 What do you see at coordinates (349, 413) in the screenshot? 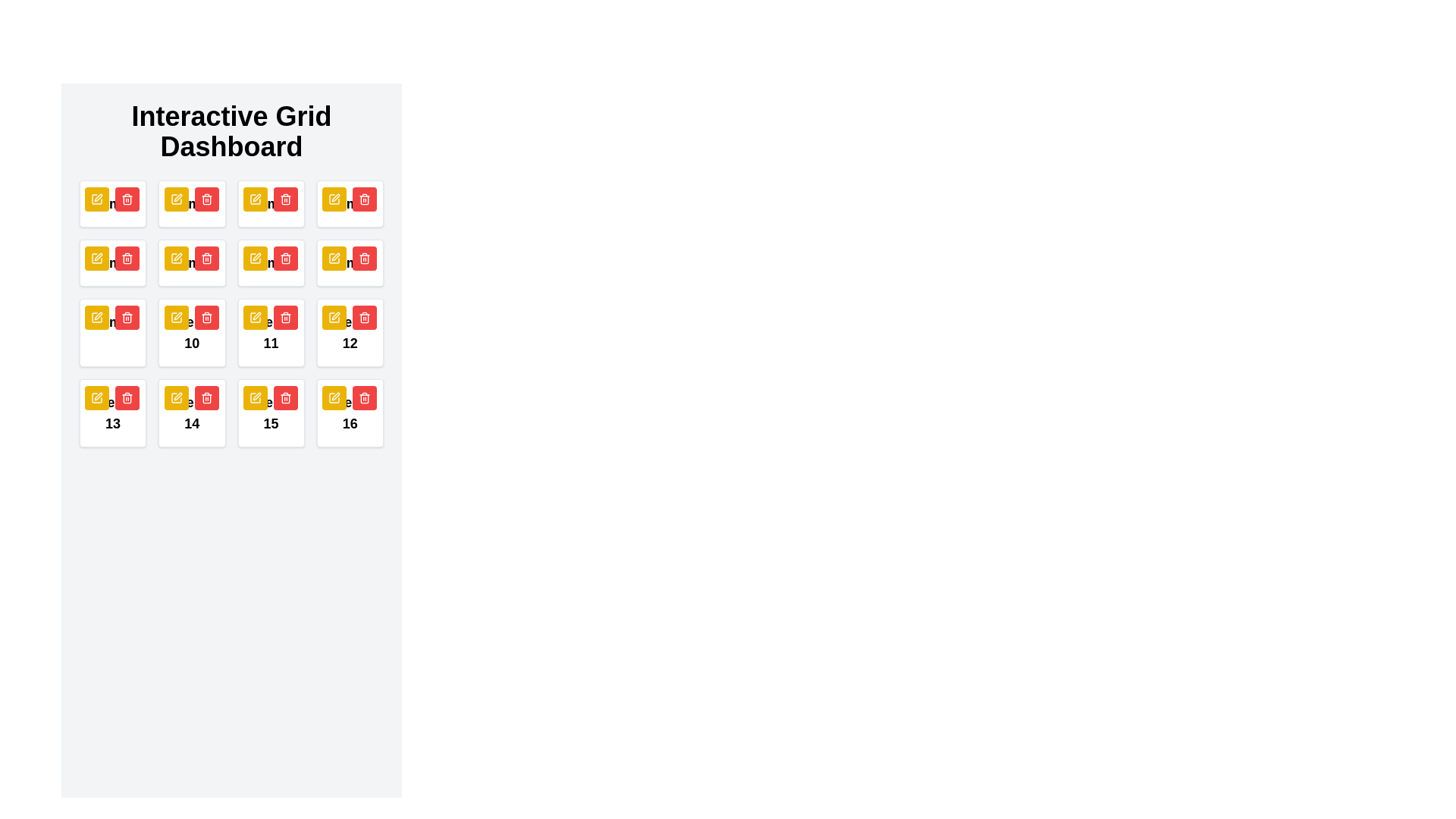
I see `the delete button located on the Card with the bold text 'Item 16', which is positioned in the bottom-right corner of the grid layout` at bounding box center [349, 413].